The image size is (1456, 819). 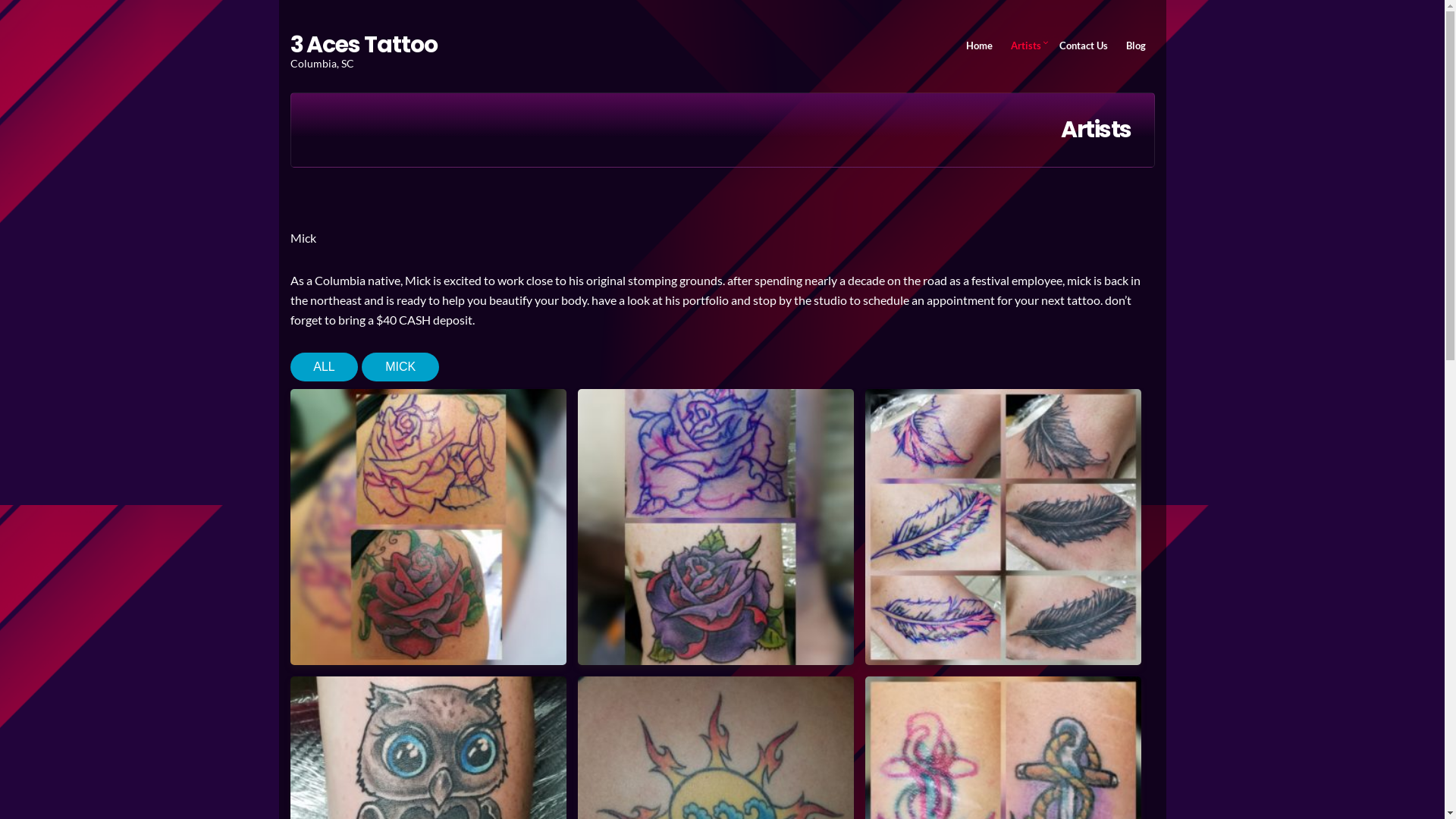 I want to click on 'ALL', so click(x=323, y=366).